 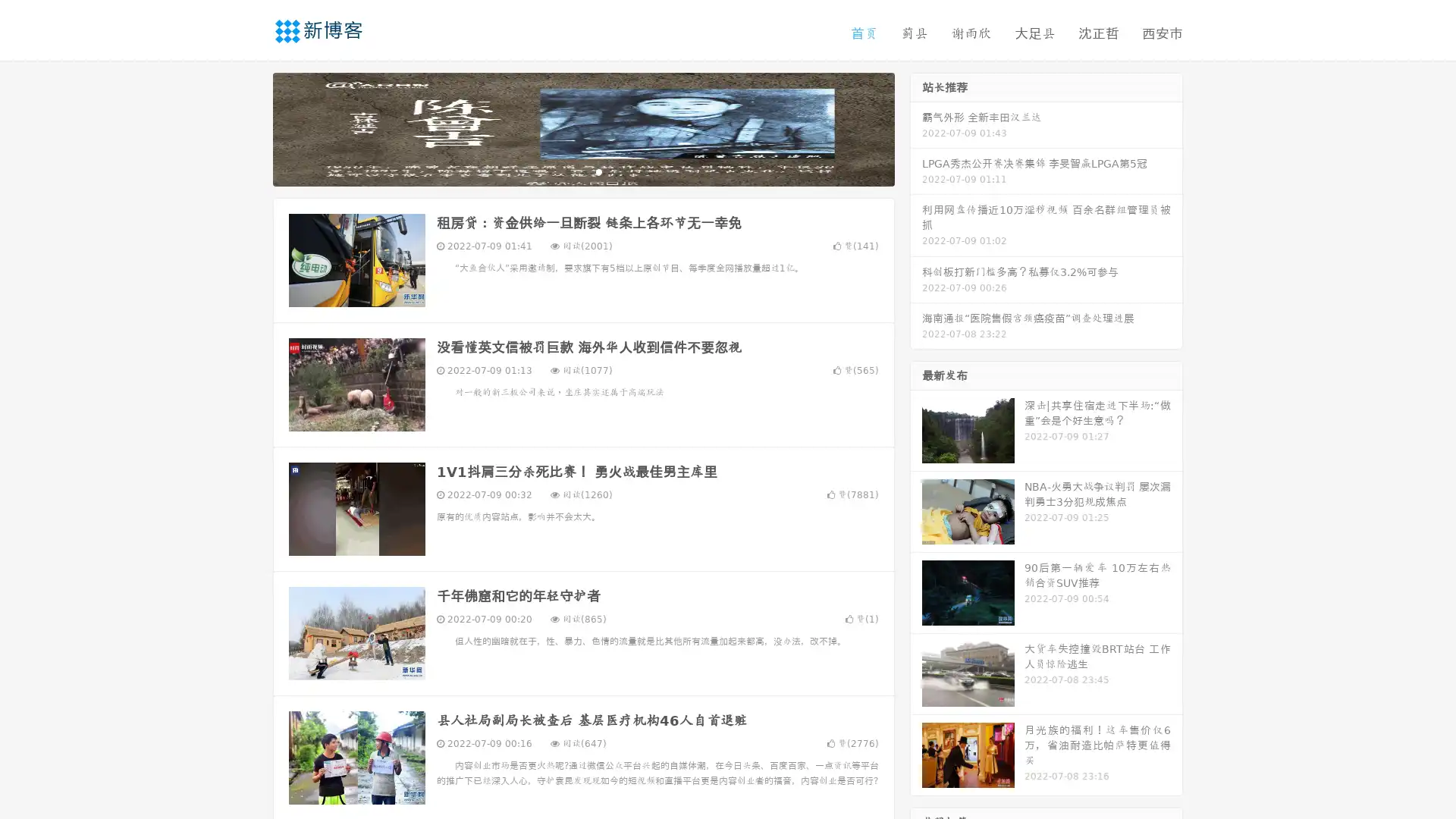 I want to click on Go to slide 1, so click(x=567, y=171).